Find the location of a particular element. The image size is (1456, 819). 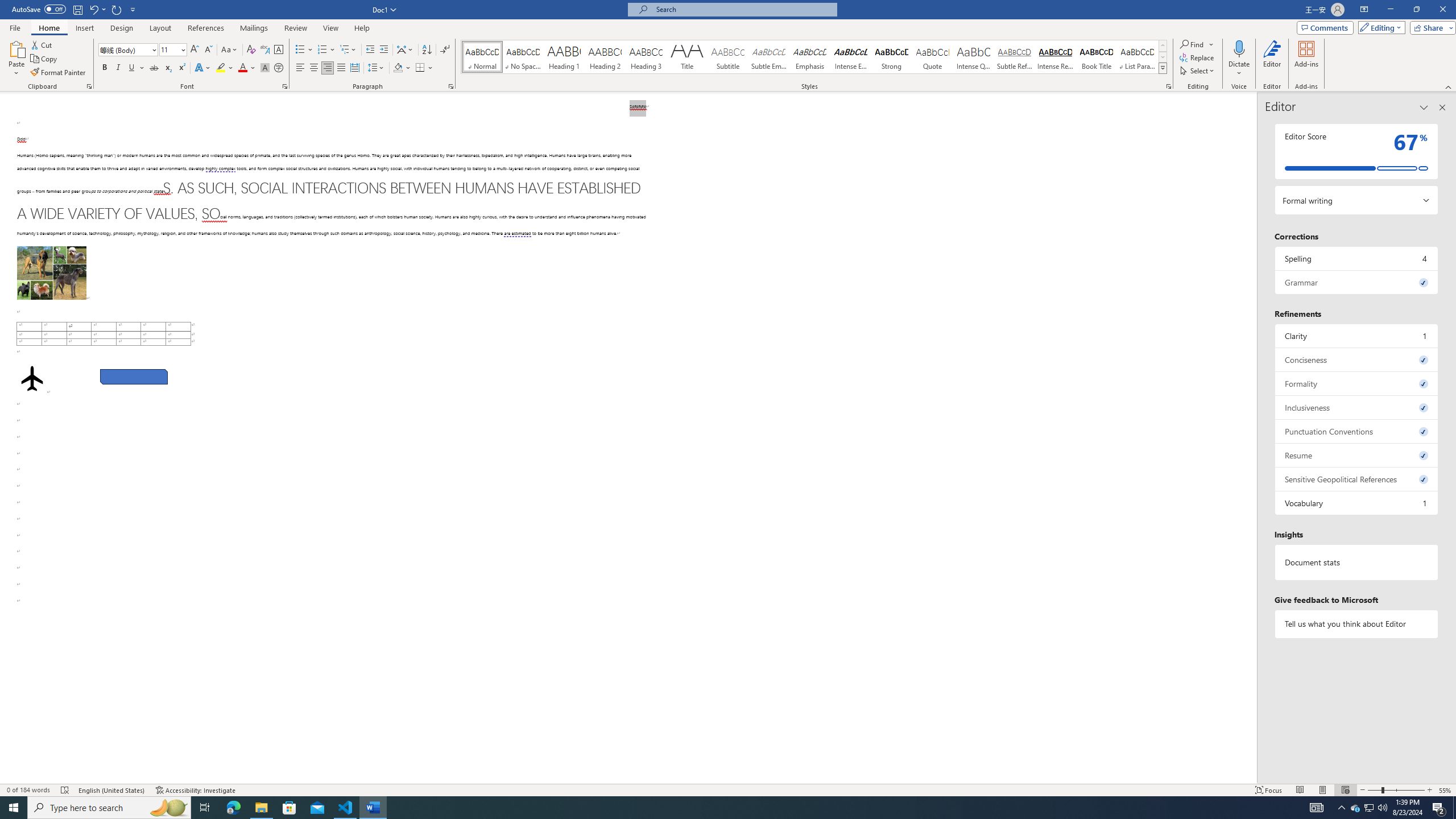

'Replace...' is located at coordinates (1197, 56).